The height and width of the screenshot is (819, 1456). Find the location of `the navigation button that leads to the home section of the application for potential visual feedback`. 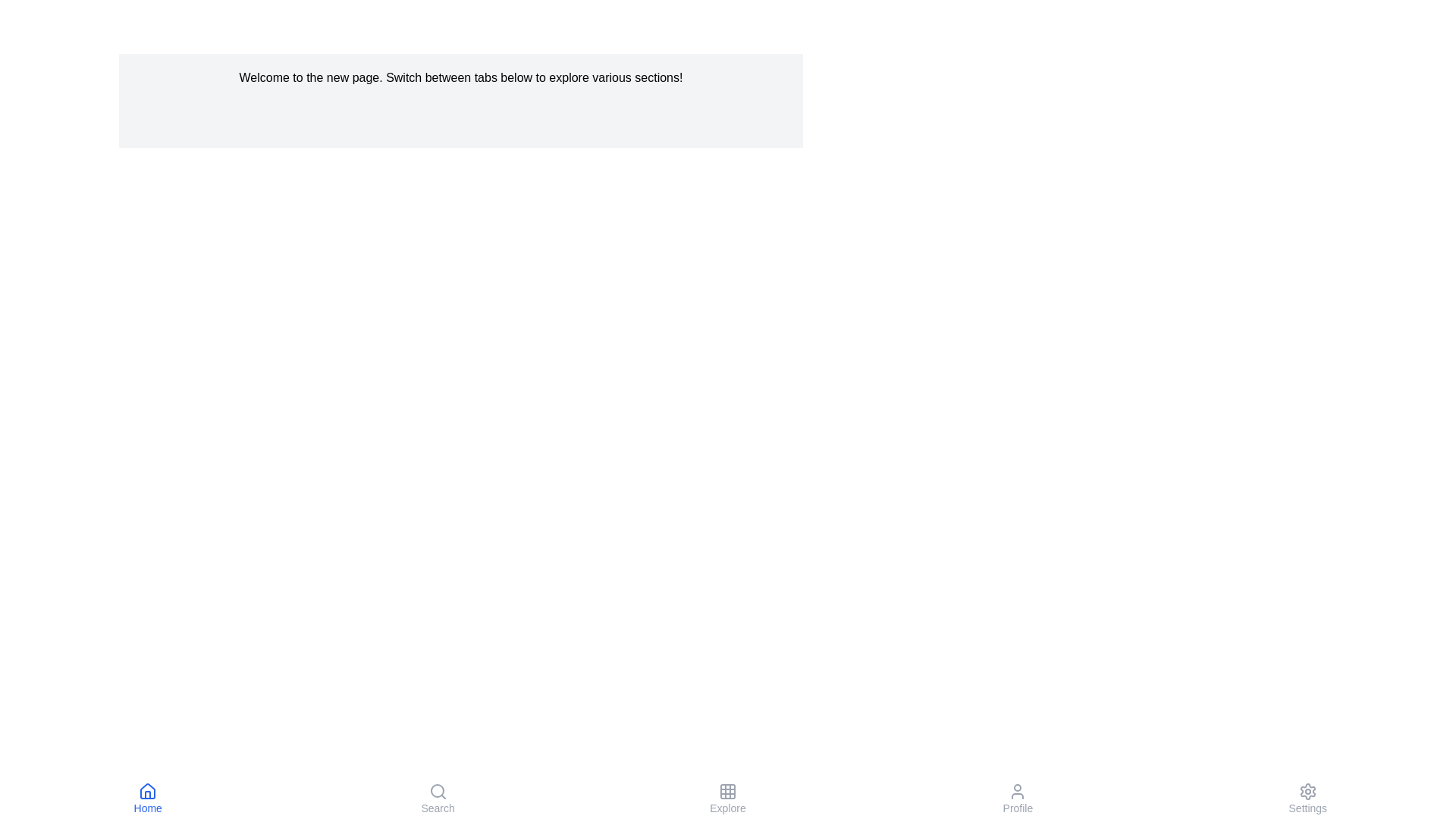

the navigation button that leads to the home section of the application for potential visual feedback is located at coordinates (148, 798).